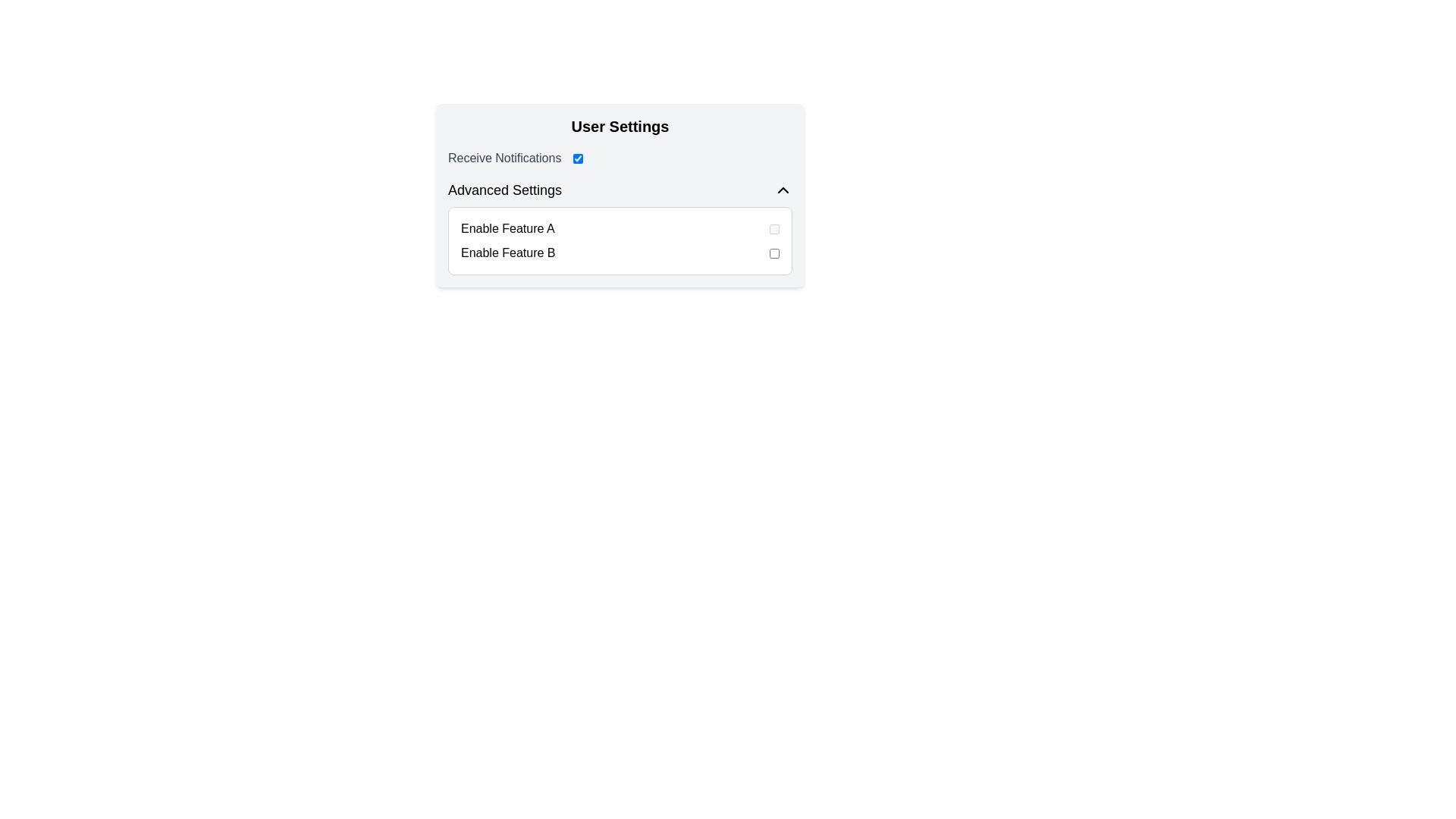 This screenshot has width=1456, height=819. Describe the element at coordinates (774, 228) in the screenshot. I see `the checkbox toggle component located to the right of the 'Enable Feature A' label in the 'Advanced Settings' section of the 'User Settings' interface` at that location.